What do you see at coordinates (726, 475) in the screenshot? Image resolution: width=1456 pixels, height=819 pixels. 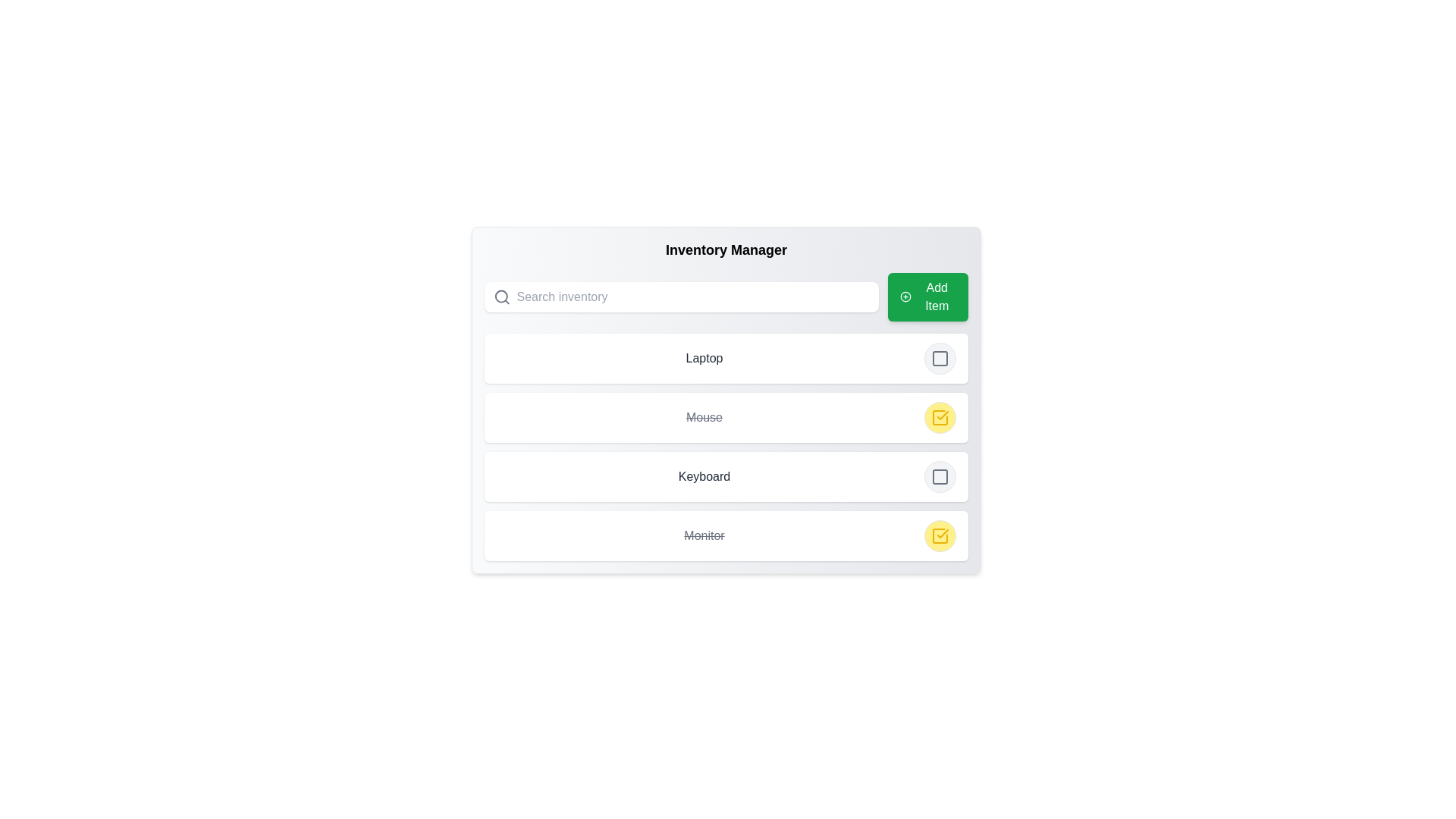 I see `label 'Keyboard' from the third card in a vertically aligned list of cards, which has a white background and a checkbox on the right` at bounding box center [726, 475].